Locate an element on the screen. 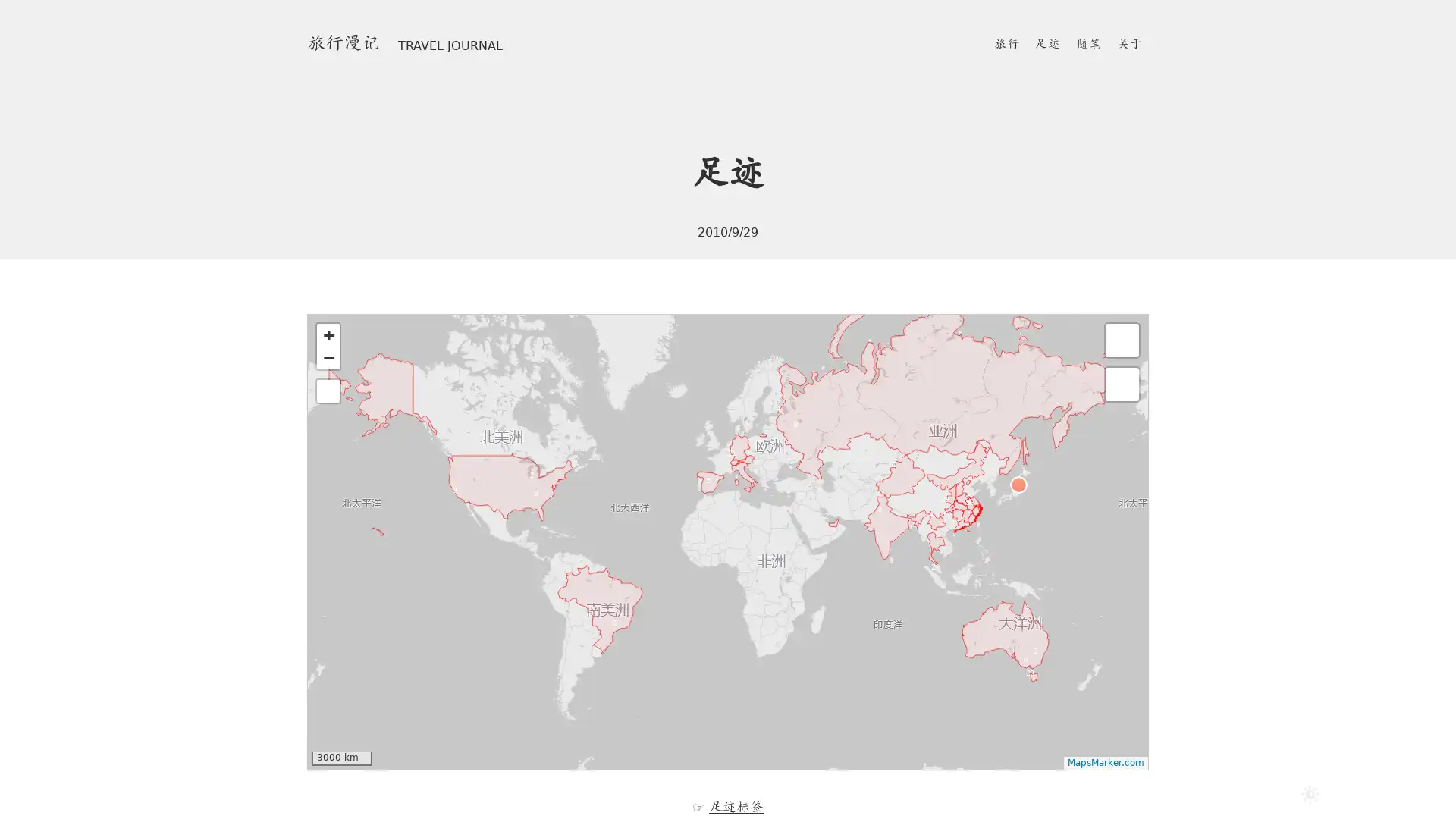 The width and height of the screenshot is (1456, 819). 2 is located at coordinates (899, 468).